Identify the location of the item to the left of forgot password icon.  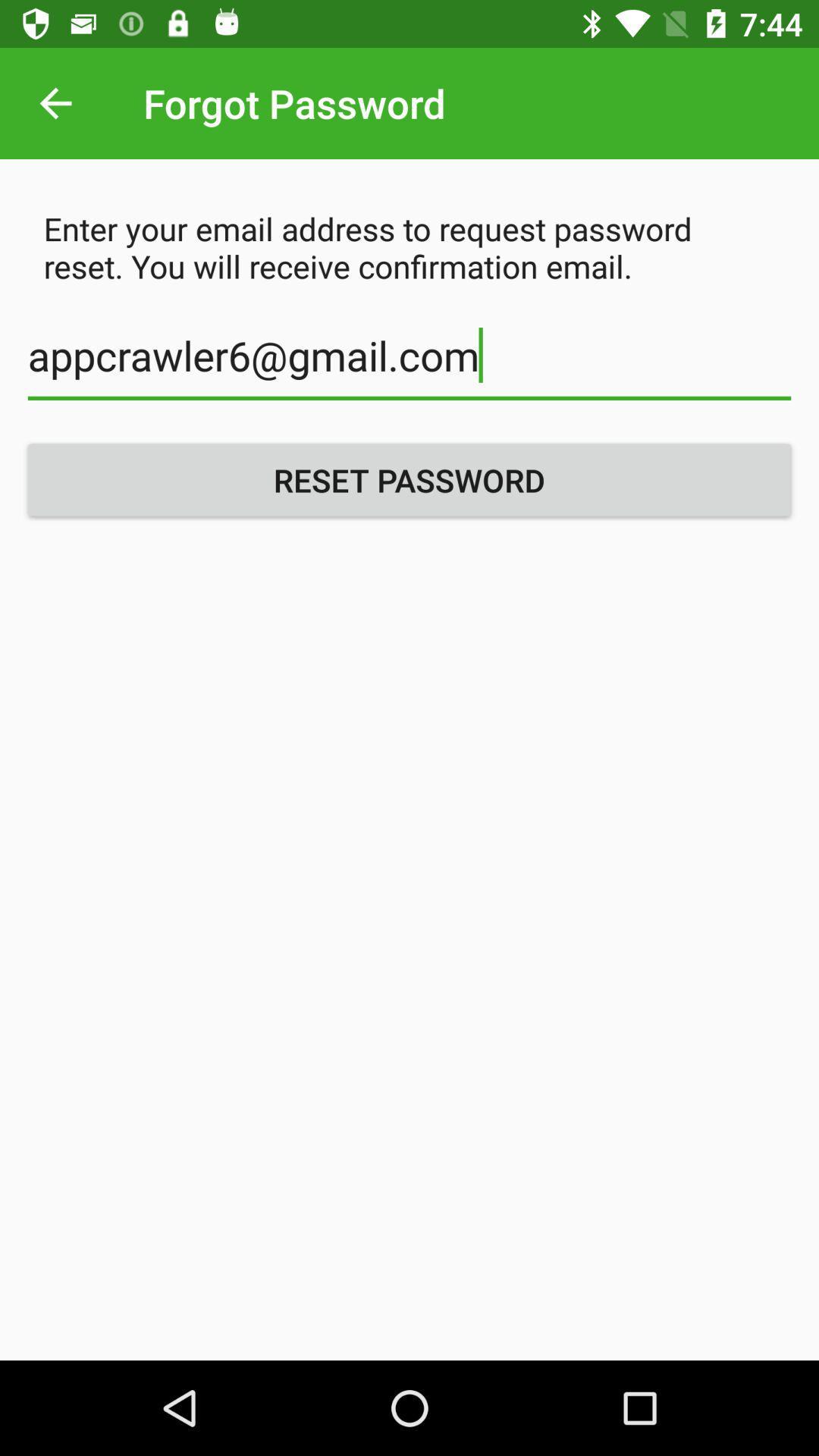
(55, 102).